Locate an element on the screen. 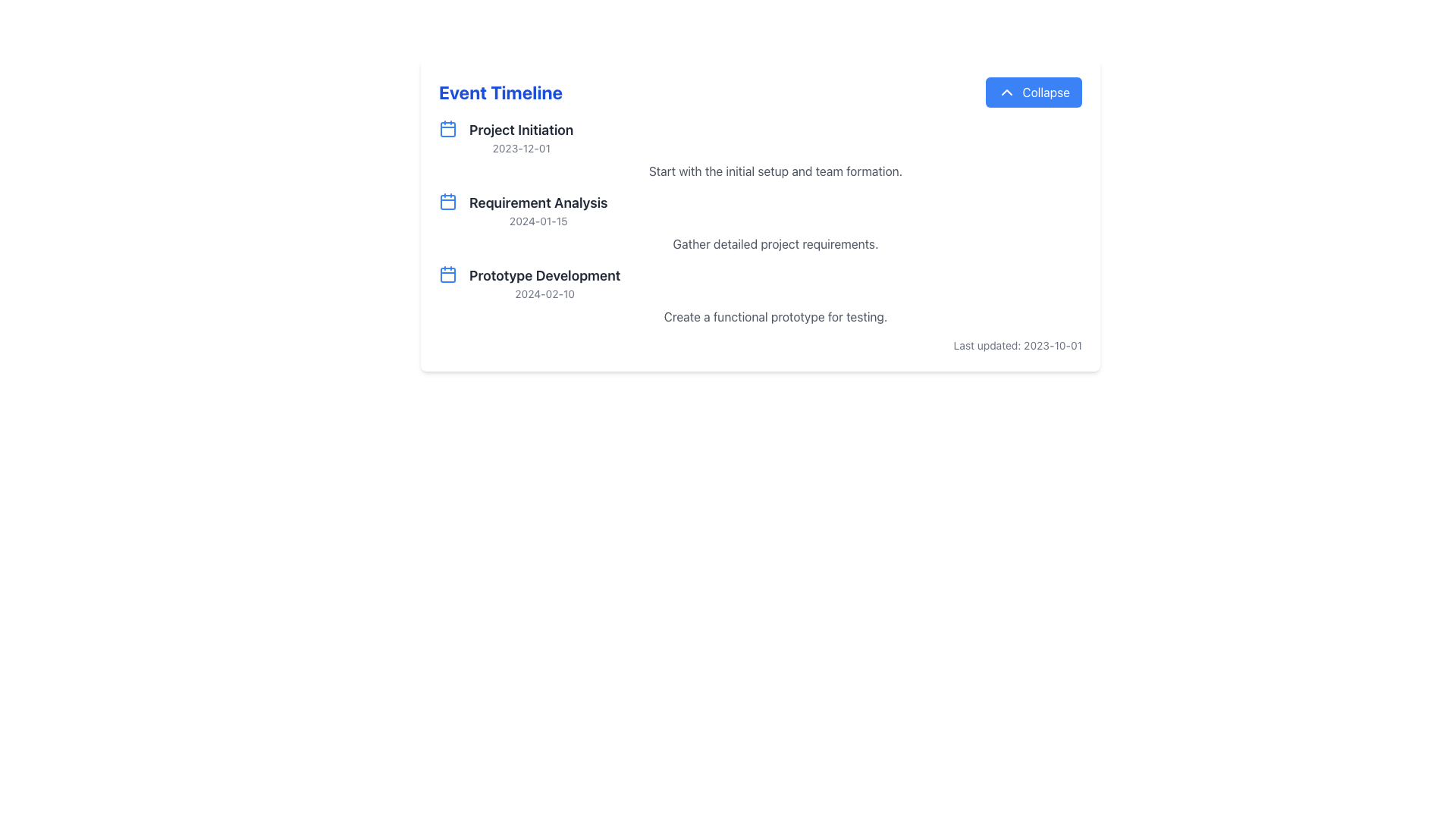  the first item in the event timeline, which displays the event's title and associated date, located directly below the 'Event Timeline' heading and to the right of a calendar icon is located at coordinates (521, 137).